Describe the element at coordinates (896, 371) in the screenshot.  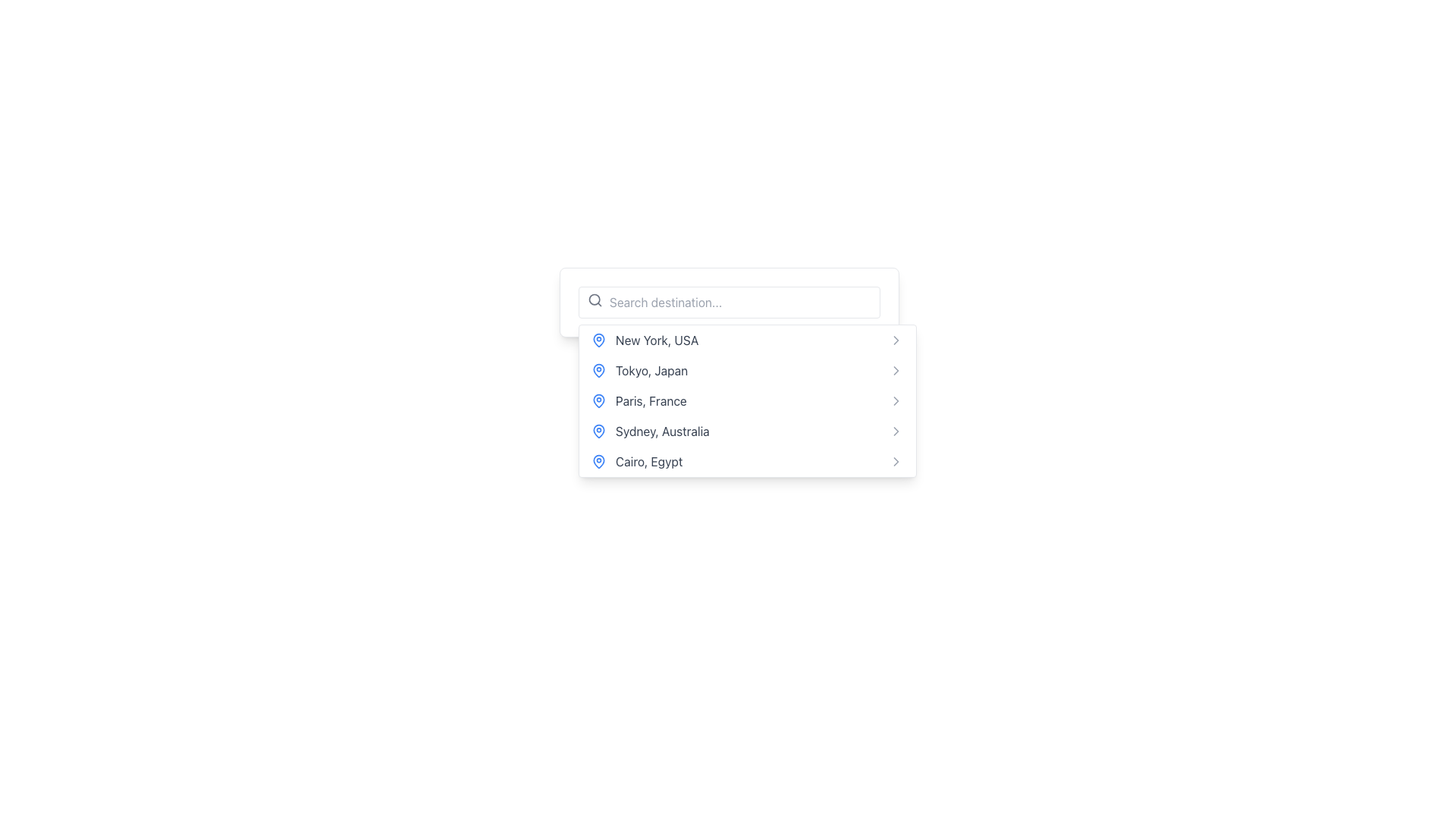
I see `the icon located at the far-right end of the row labeled 'Tokyo, Japan' in the dropdown list, which suggests further navigation or options related to Tokyo` at that location.